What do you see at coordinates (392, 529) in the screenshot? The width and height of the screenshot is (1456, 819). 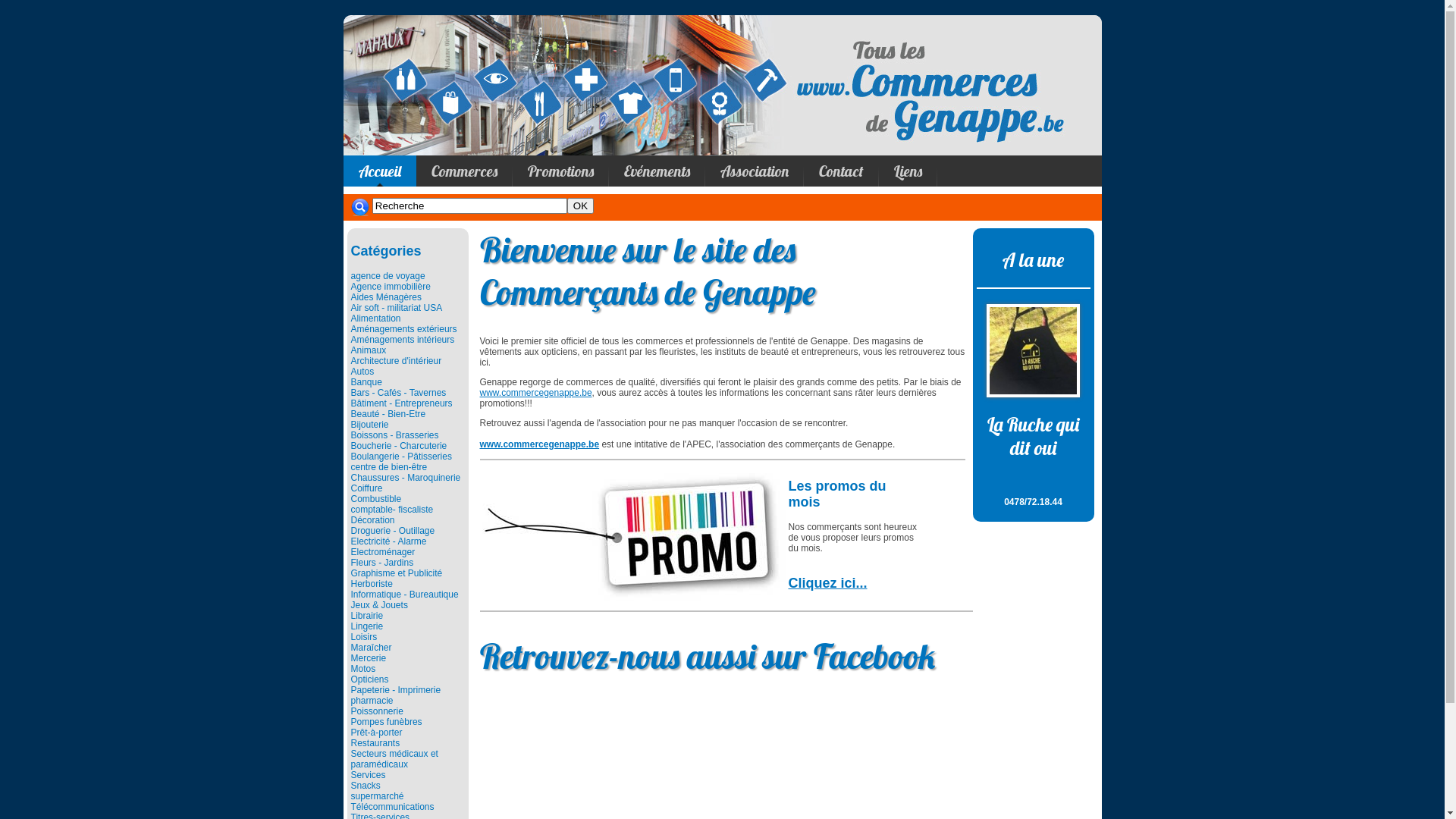 I see `'Droguerie - Outillage'` at bounding box center [392, 529].